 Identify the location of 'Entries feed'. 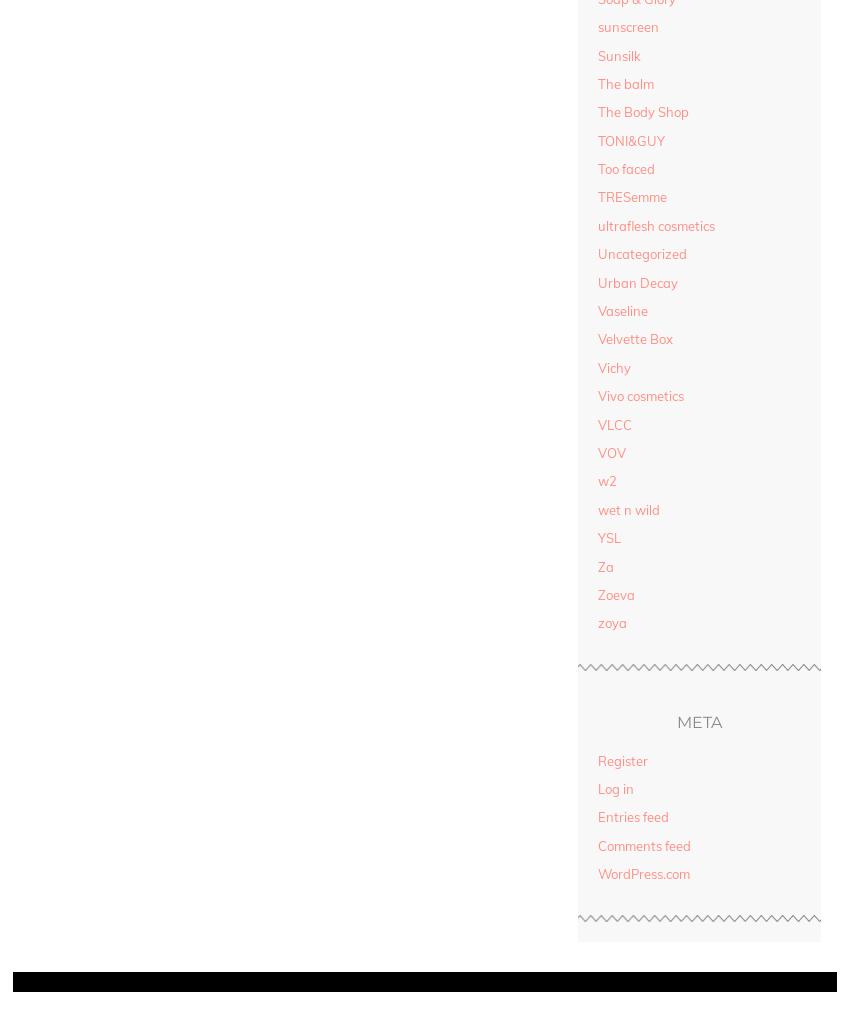
(632, 816).